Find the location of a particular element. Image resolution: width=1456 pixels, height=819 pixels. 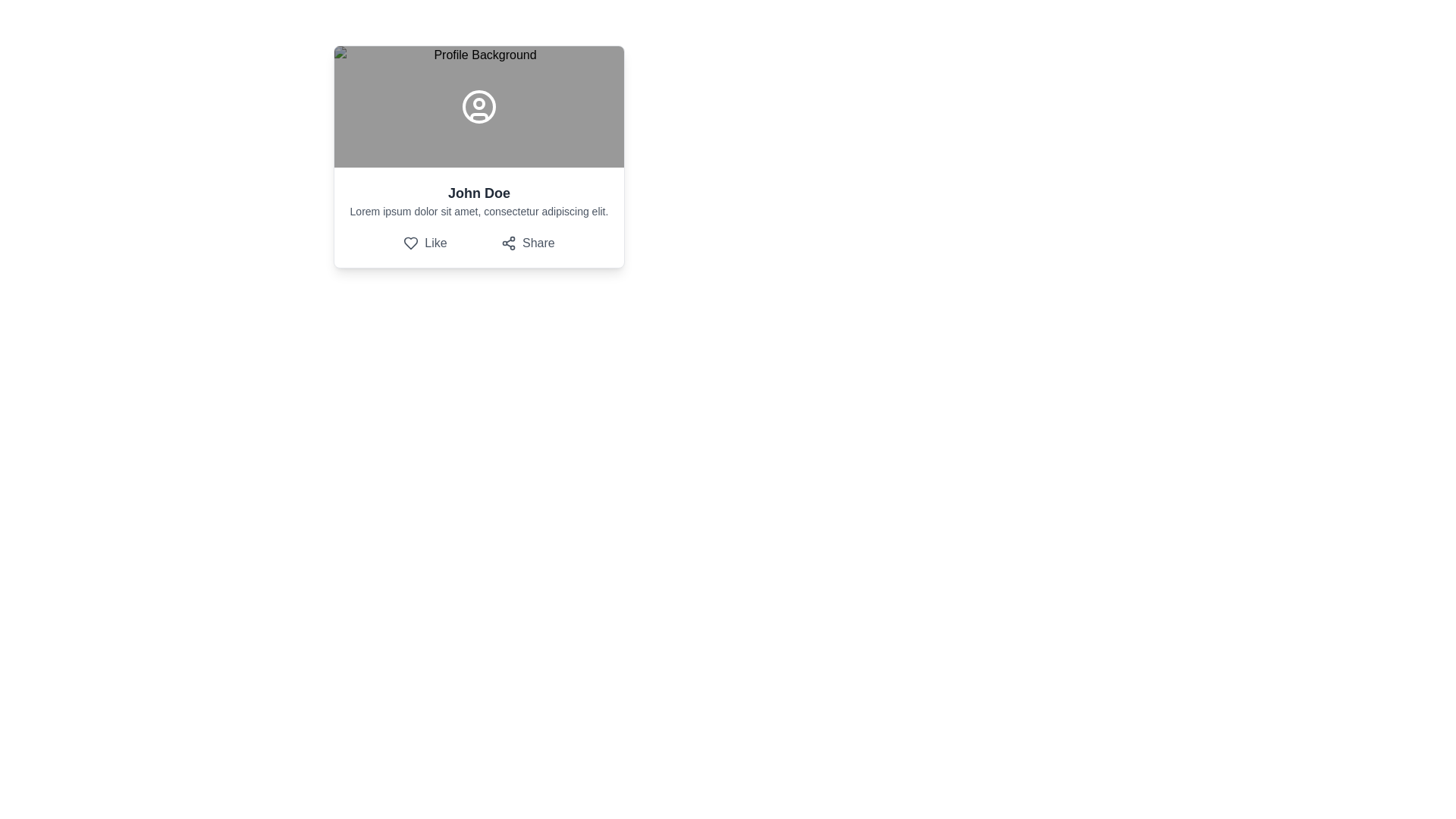

the 'Share' button icon which is a minimalistic gray 'share' symbol consisting of three interconnected circles, located at the bottom-right corner of the card interface is located at coordinates (509, 242).